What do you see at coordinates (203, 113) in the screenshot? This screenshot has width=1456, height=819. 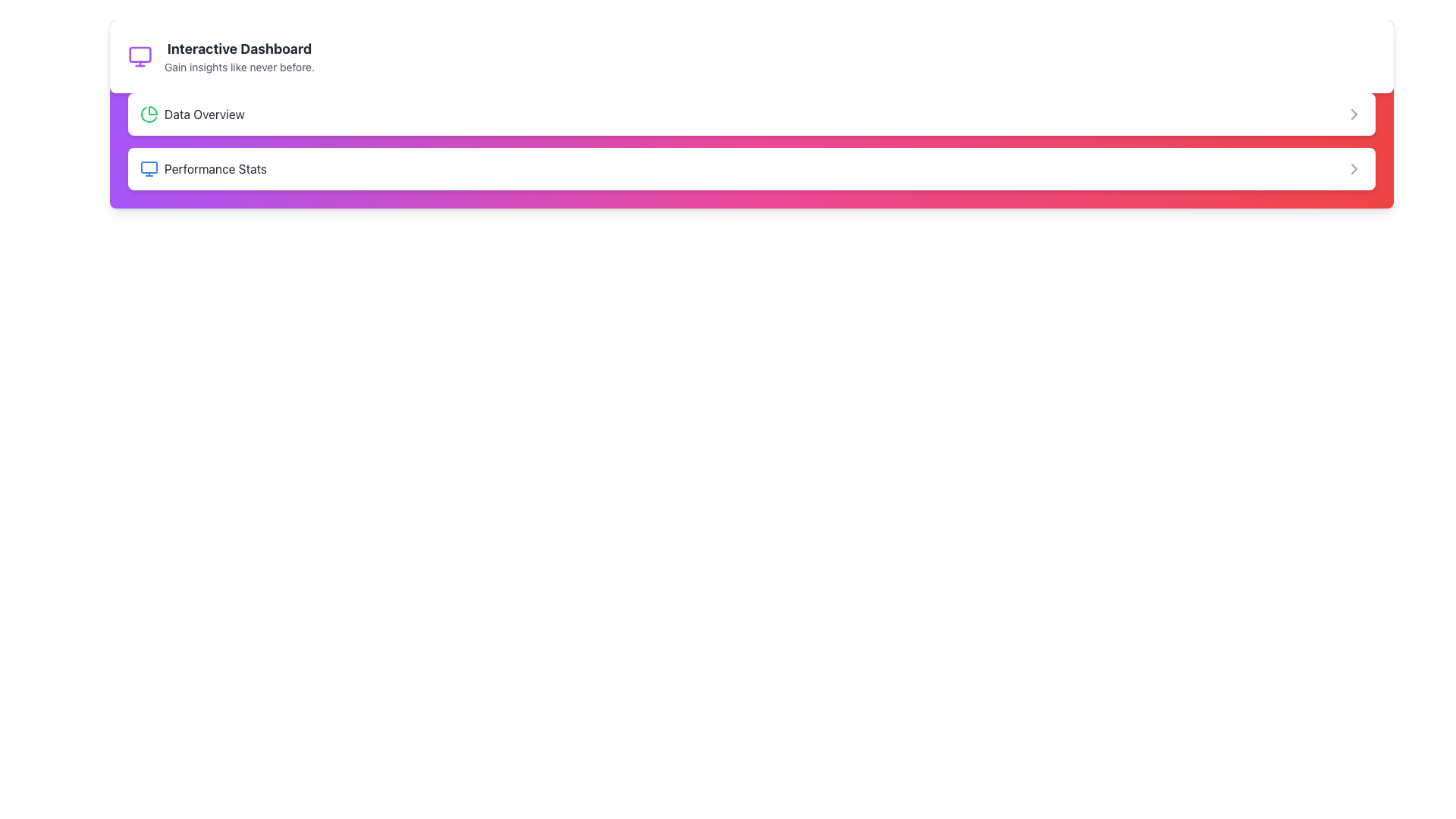 I see `the 'Data Overview' text label, which is styled in dark gray and positioned to the right of a green pie chart icon in the left portion of a content section` at bounding box center [203, 113].